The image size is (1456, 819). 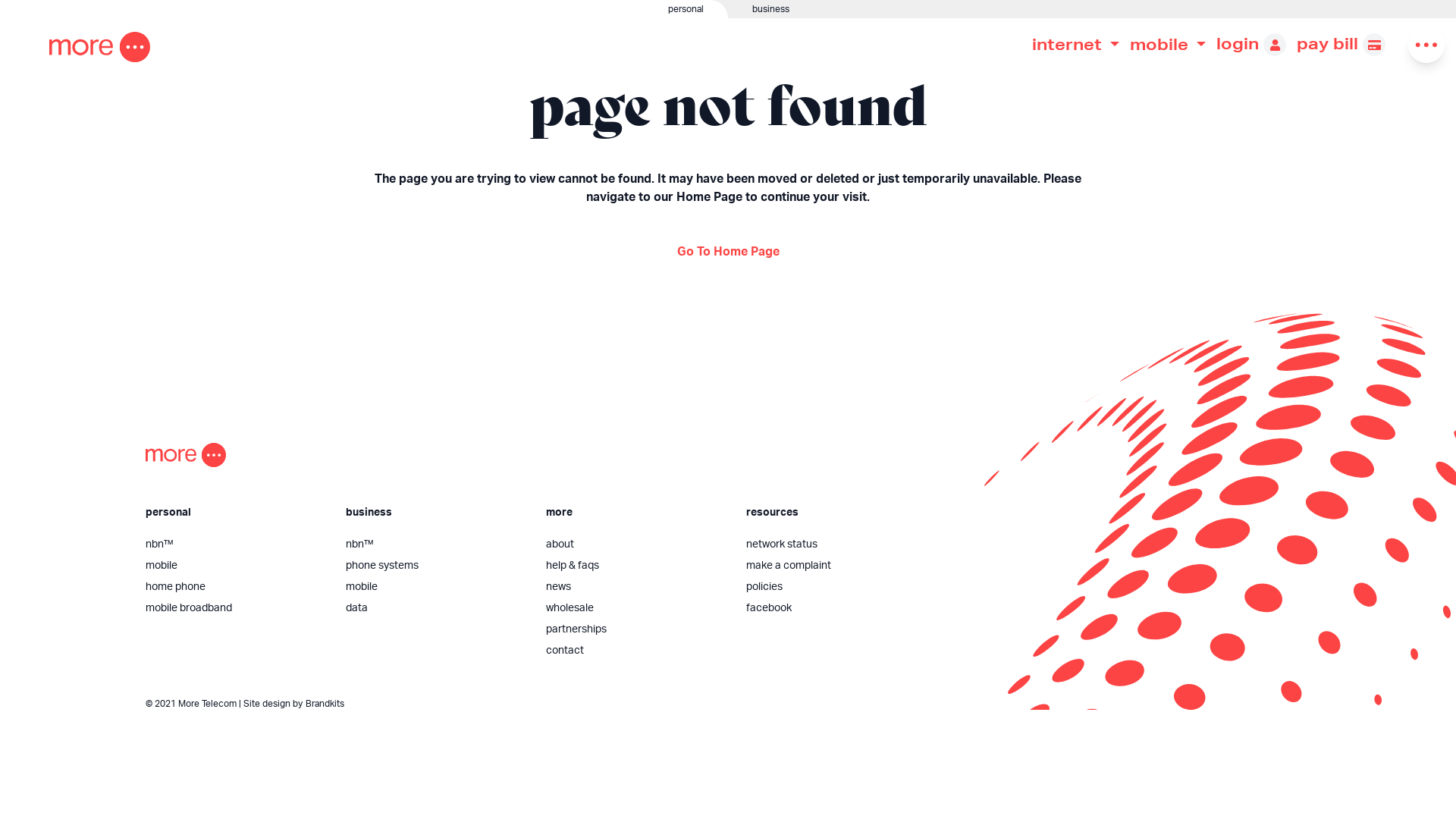 I want to click on 'phone systems', so click(x=432, y=565).